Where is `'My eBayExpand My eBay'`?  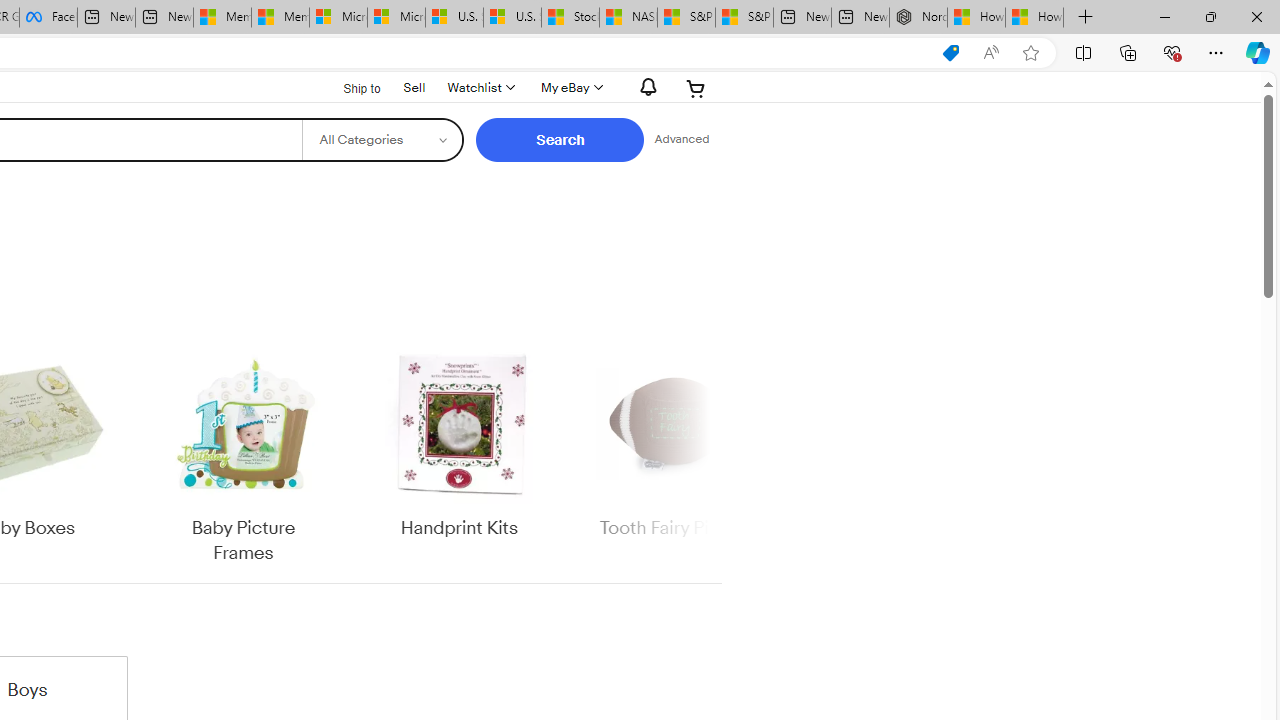
'My eBayExpand My eBay' is located at coordinates (569, 87).